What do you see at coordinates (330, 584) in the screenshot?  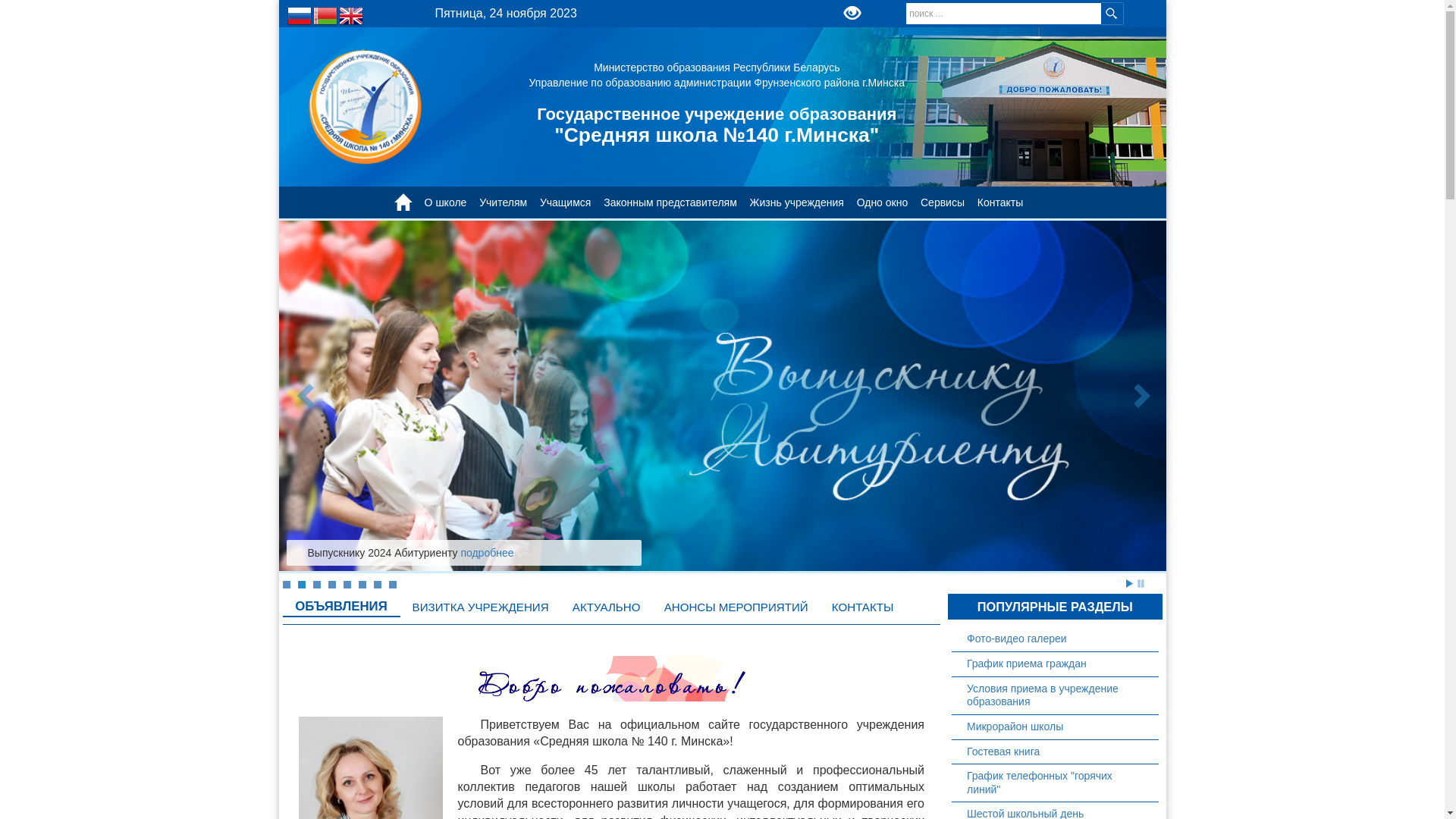 I see `'4'` at bounding box center [330, 584].